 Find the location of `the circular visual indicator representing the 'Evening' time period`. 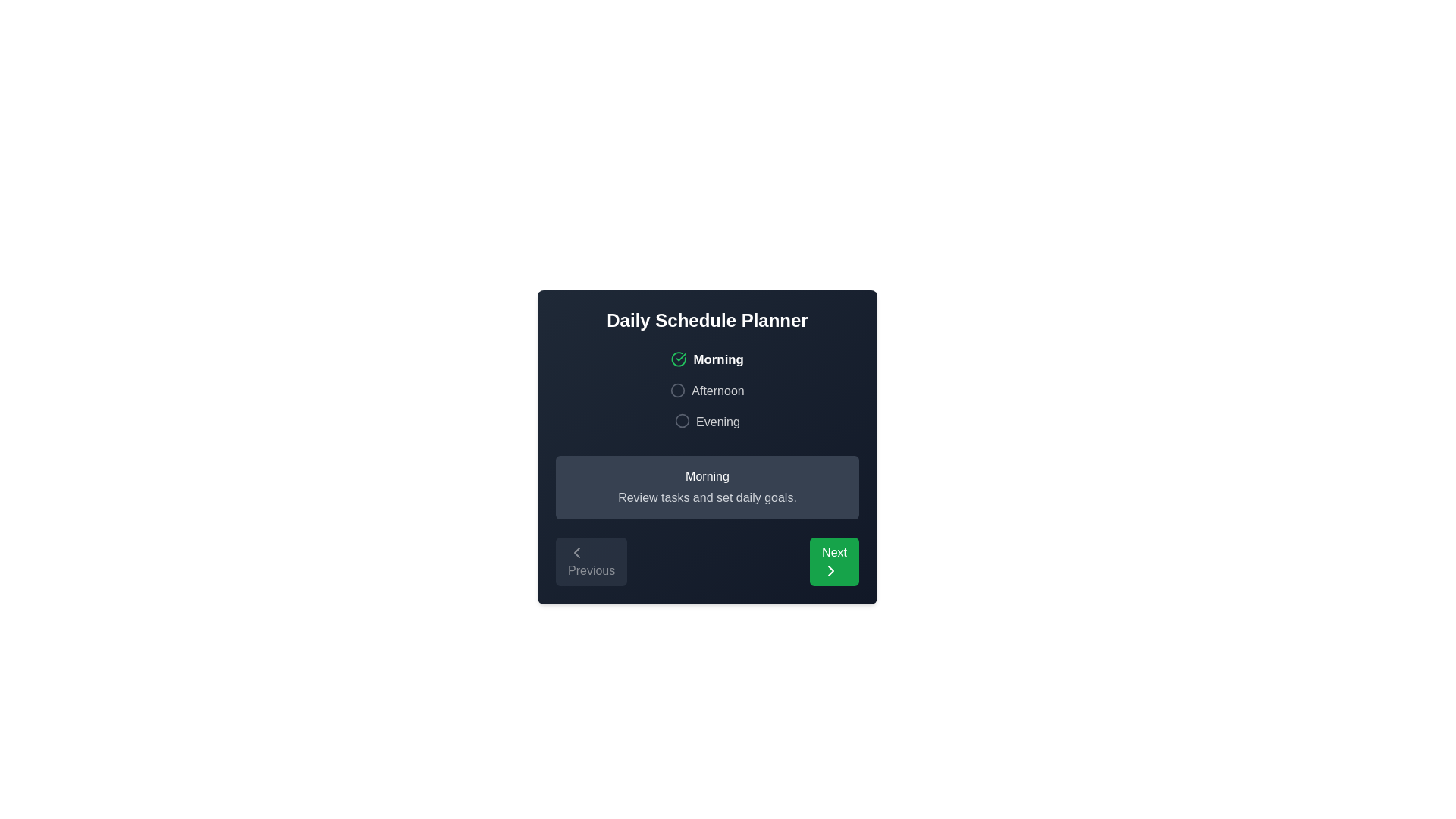

the circular visual indicator representing the 'Evening' time period is located at coordinates (682, 421).